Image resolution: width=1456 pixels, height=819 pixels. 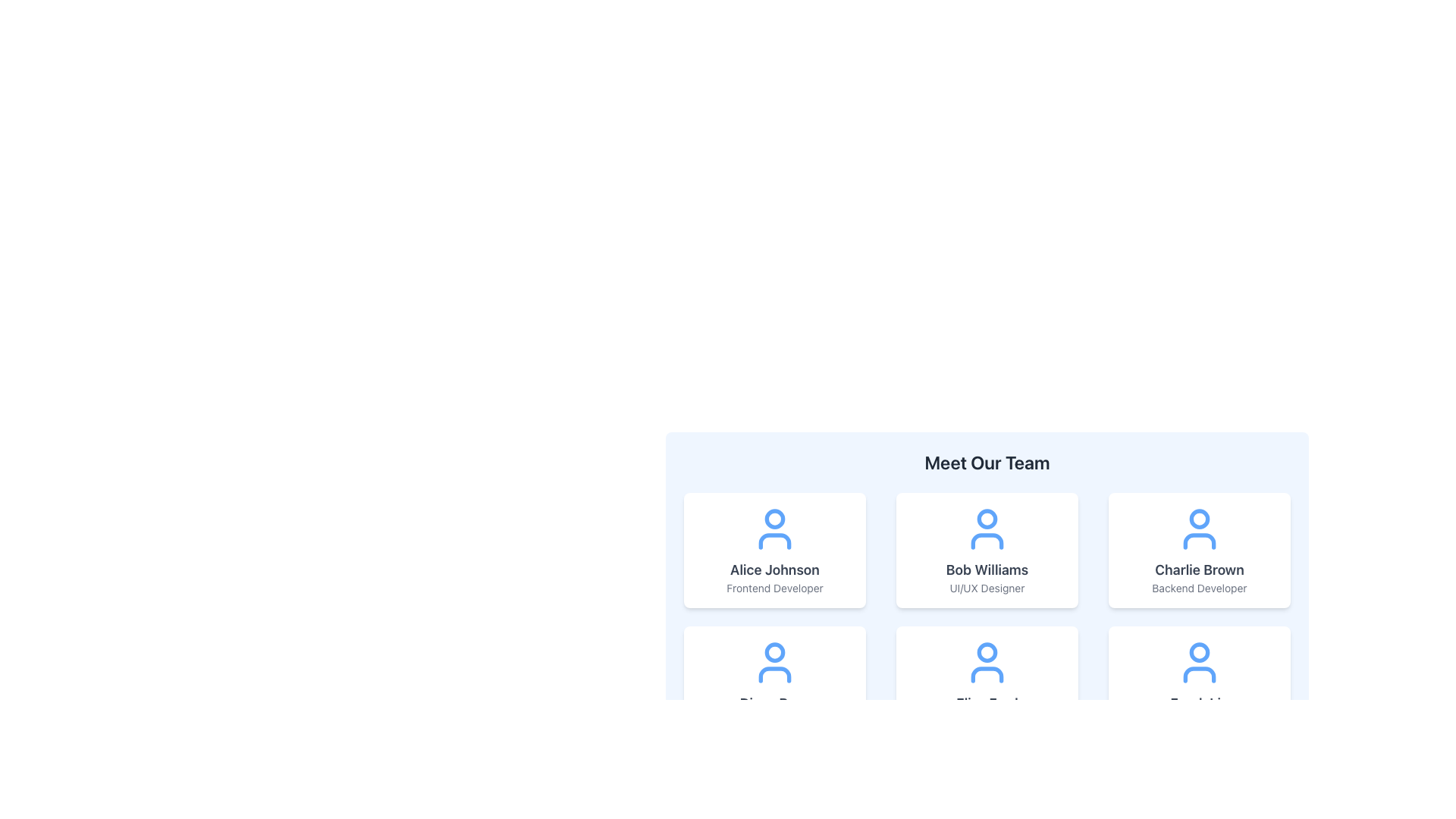 I want to click on the text label displaying 'Charlie Brown', which identifies the team member in the card positioned in the top row of the layout, so click(x=1199, y=570).